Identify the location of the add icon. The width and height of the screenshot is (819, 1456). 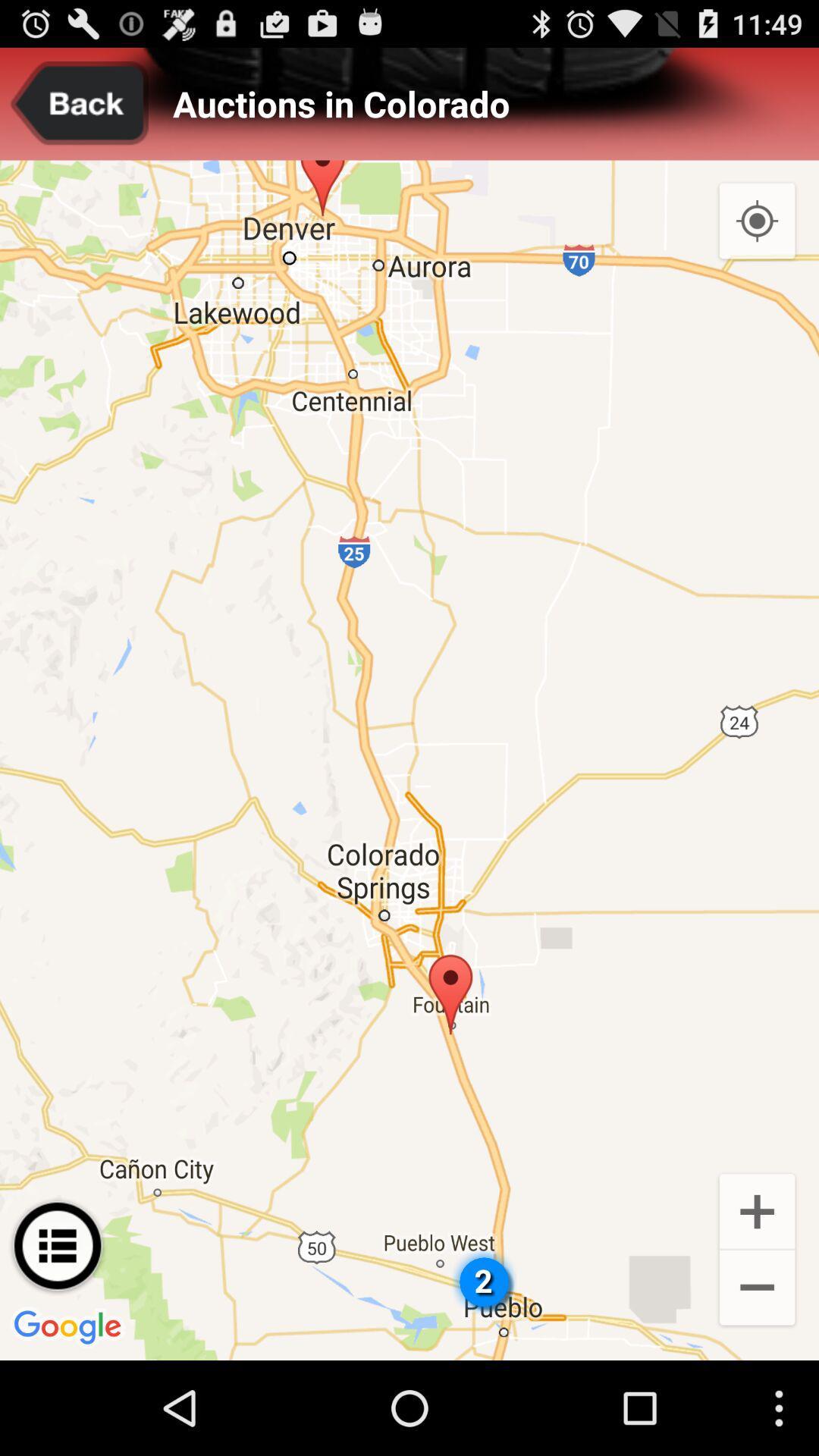
(757, 1294).